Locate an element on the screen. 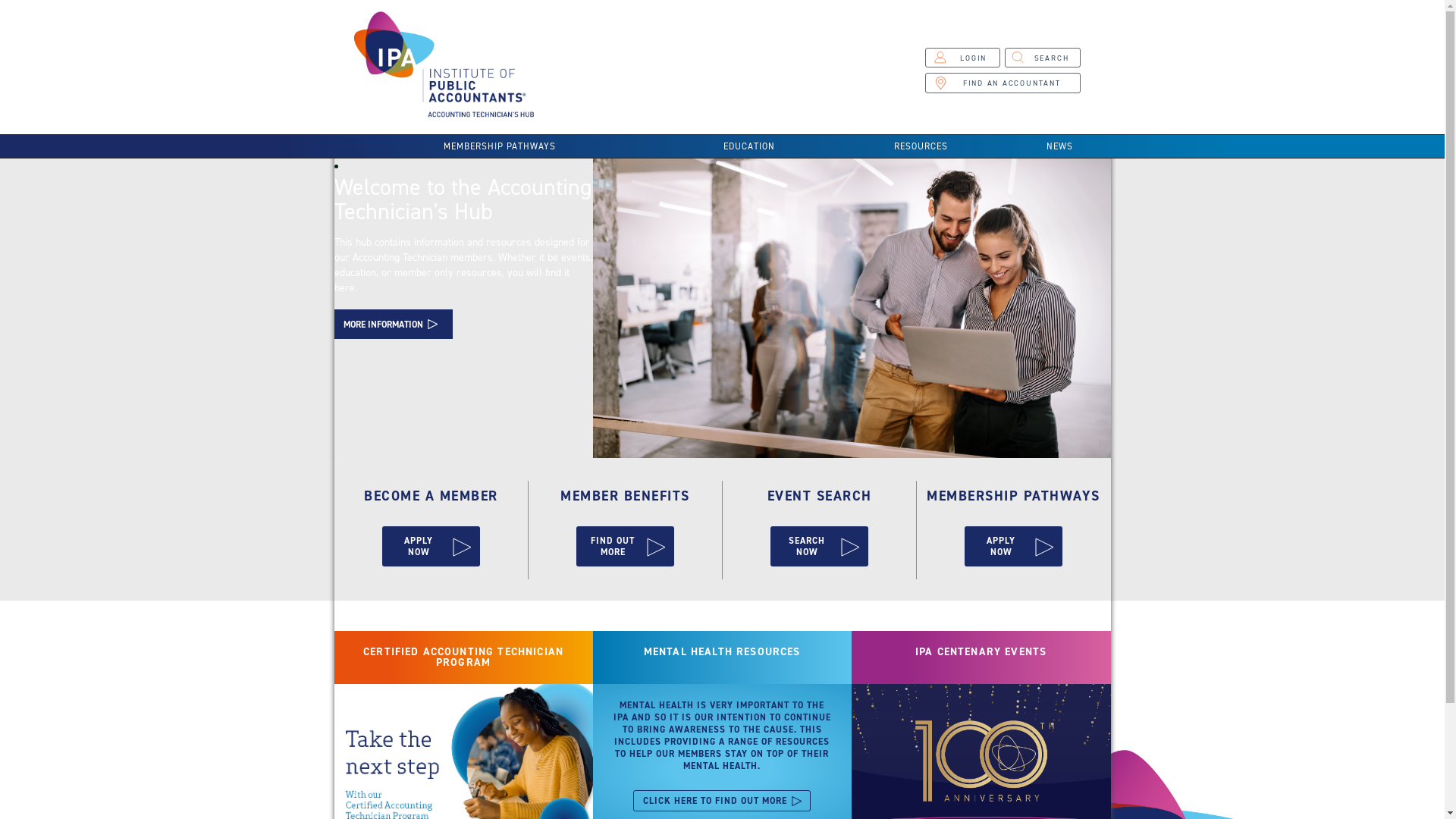  'APPLY is located at coordinates (1013, 546).